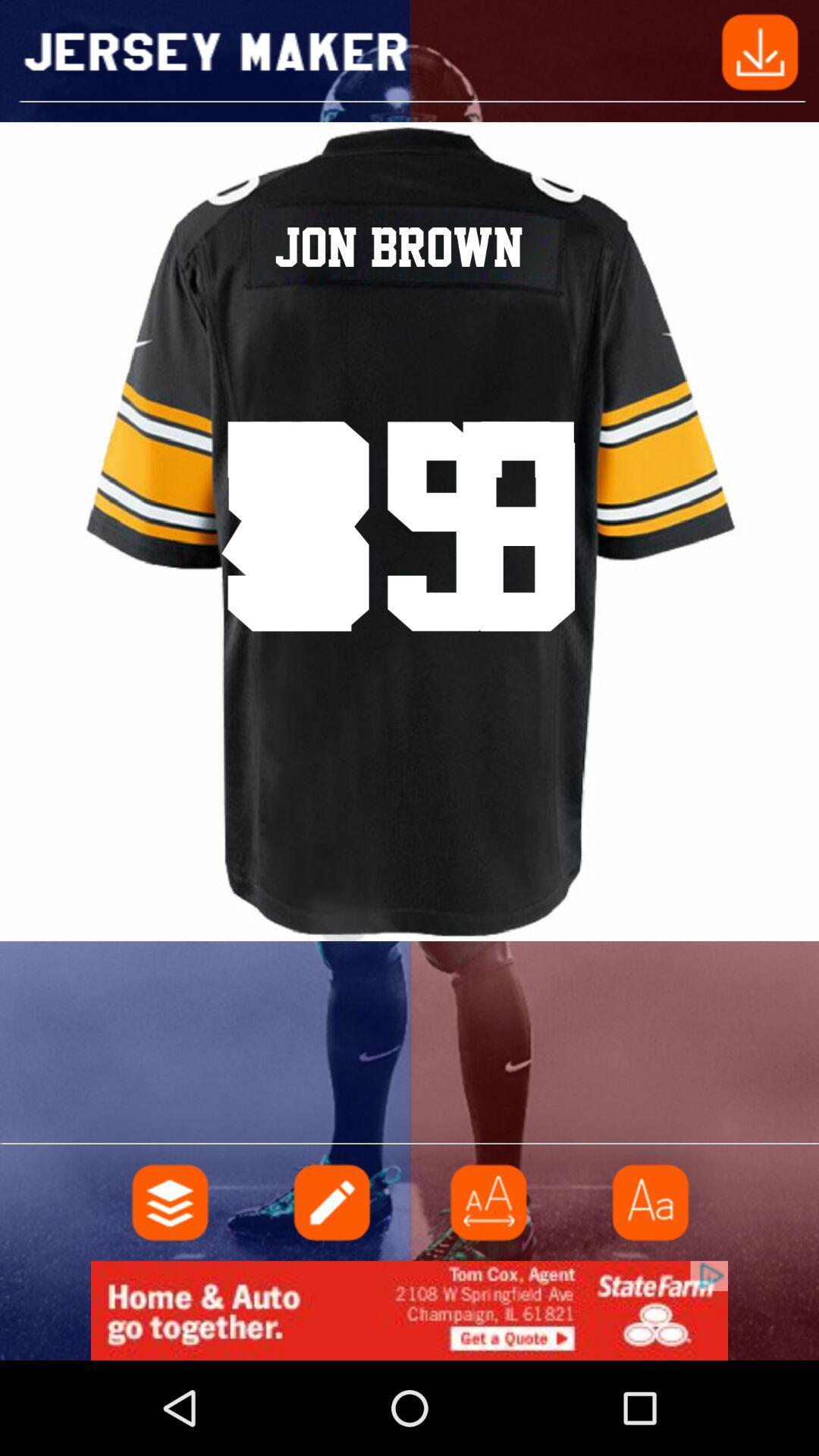 The height and width of the screenshot is (1456, 819). I want to click on to edit something, so click(329, 1201).